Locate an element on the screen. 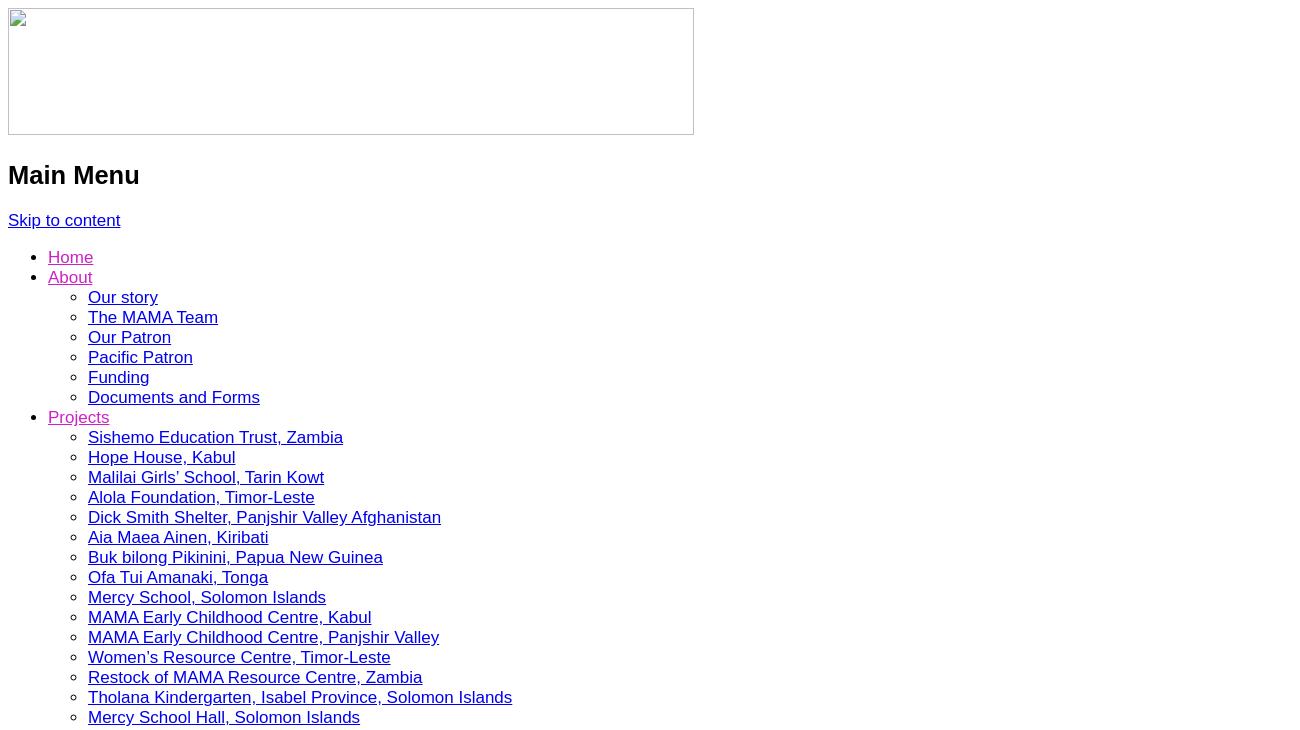 Image resolution: width=1300 pixels, height=730 pixels. 'MAMA Early Childhood Centre, Kabul' is located at coordinates (228, 617).